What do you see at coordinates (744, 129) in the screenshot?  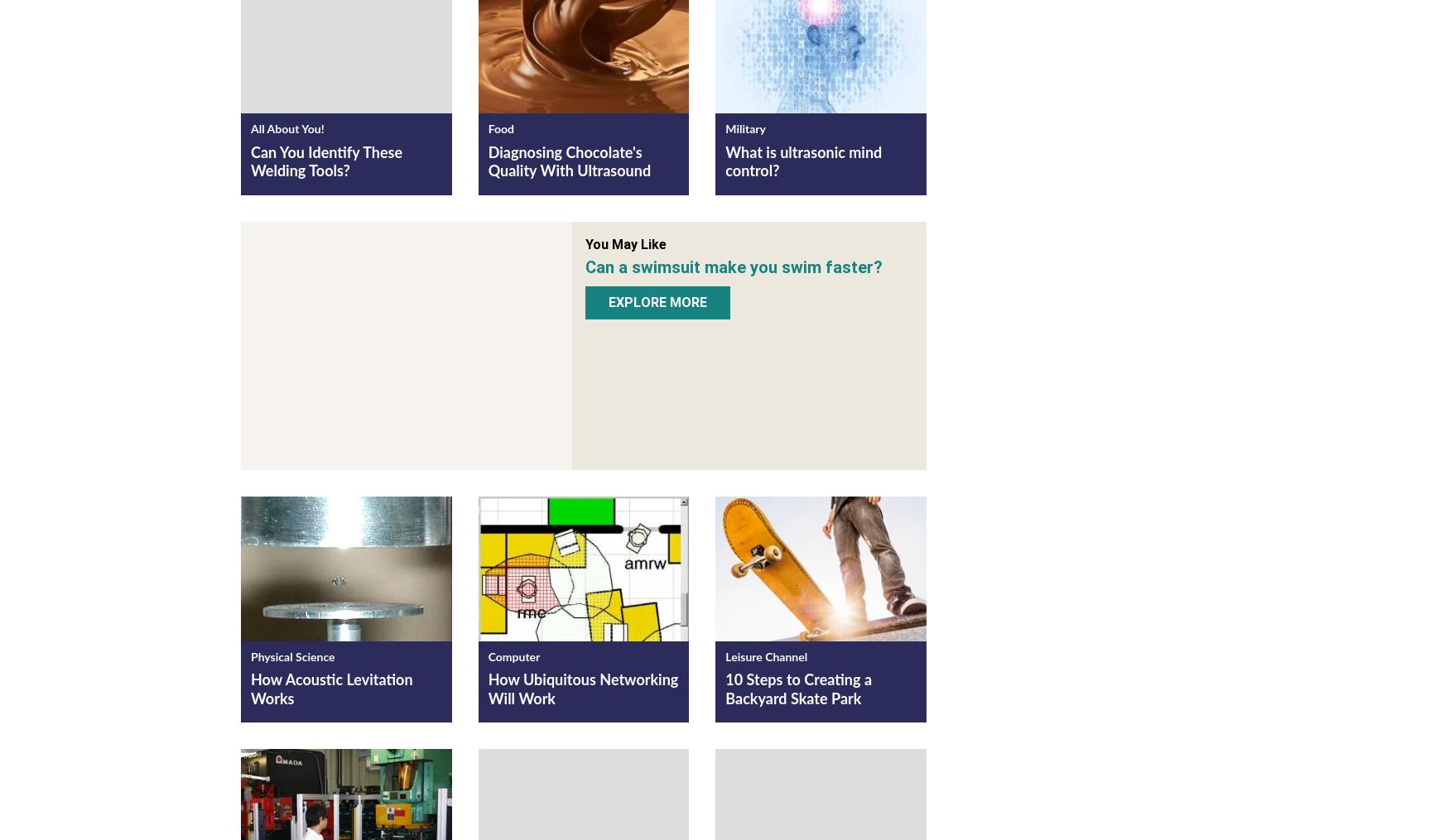 I see `'Military'` at bounding box center [744, 129].